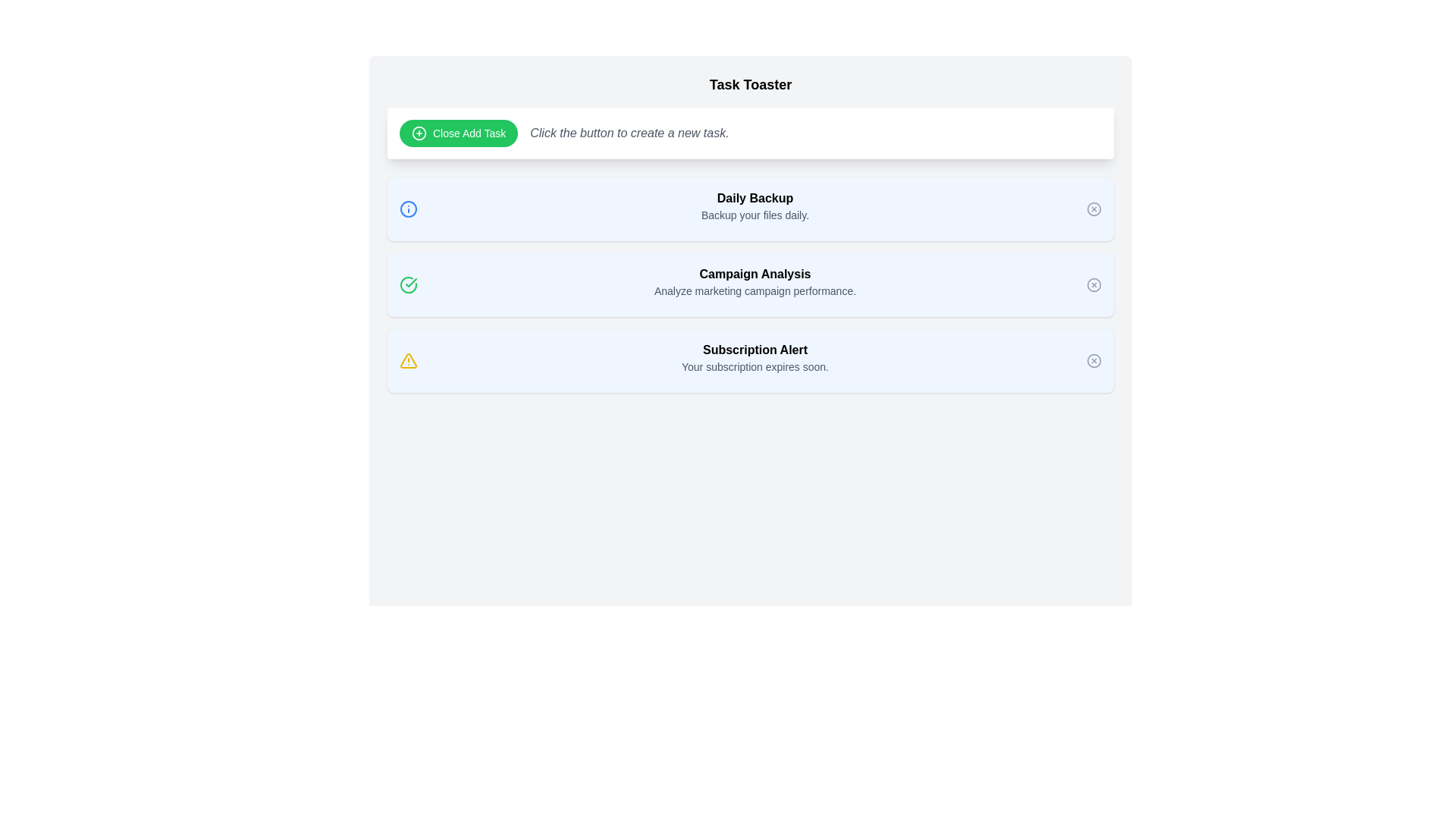 This screenshot has height=819, width=1456. Describe the element at coordinates (419, 133) in the screenshot. I see `the visual design of the circular graphic element that is part of the 'Close Add Task' icon, which features a thin border and a 'plus' sign within it` at that location.